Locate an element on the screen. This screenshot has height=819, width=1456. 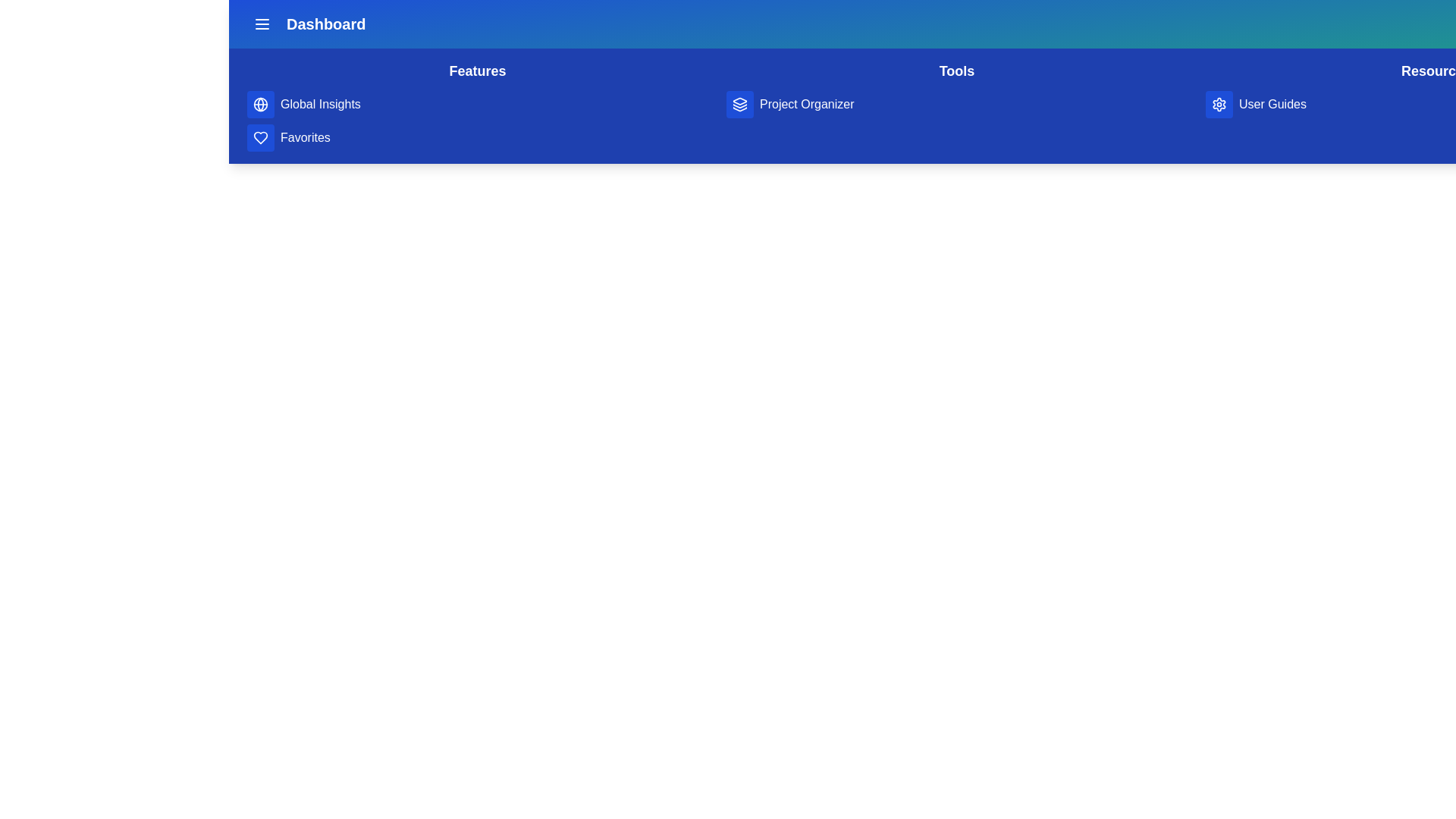
the hamburger menu button located in the top-left corner of the application interface is located at coordinates (262, 24).